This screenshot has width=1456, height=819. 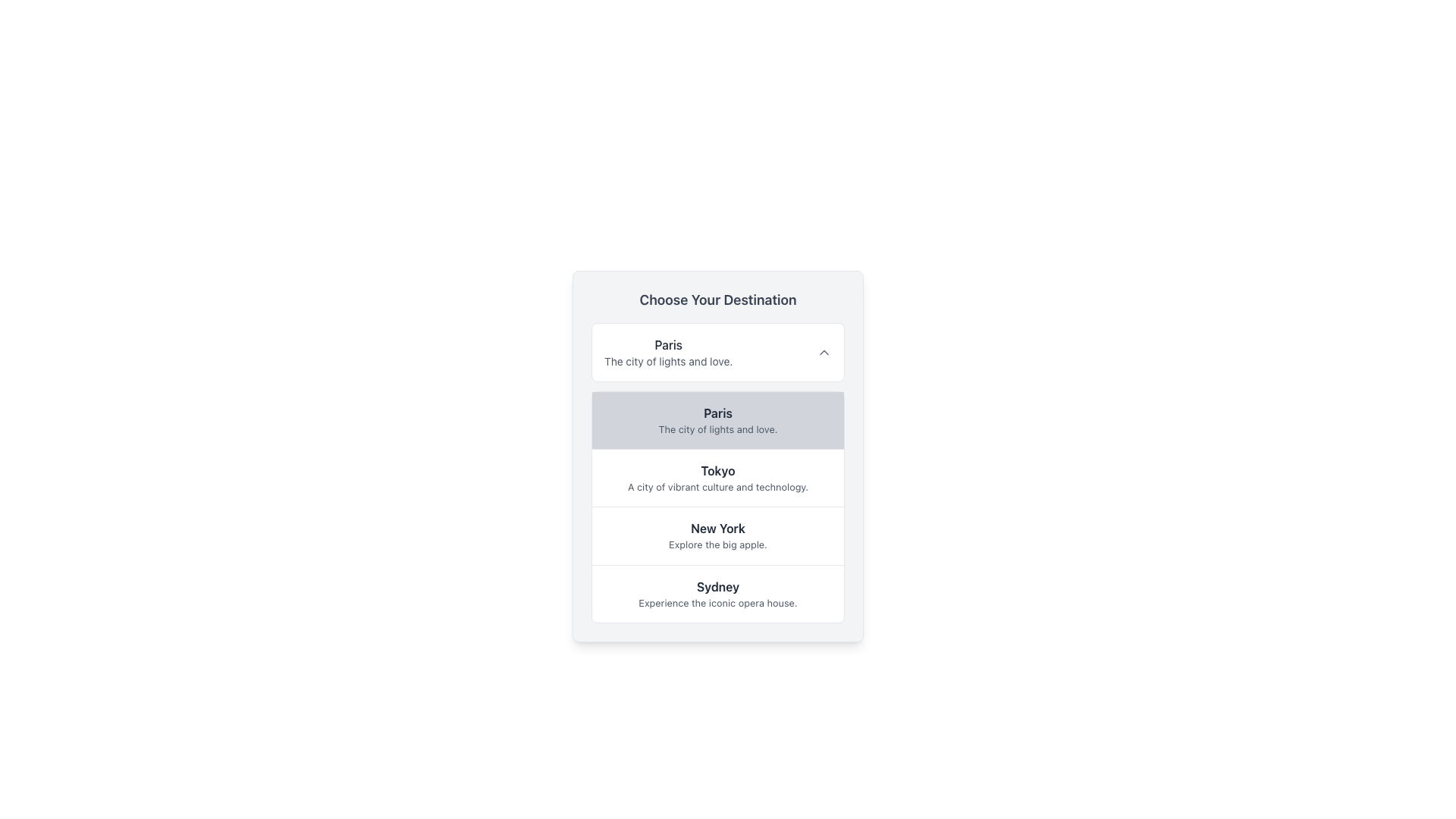 What do you see at coordinates (717, 470) in the screenshot?
I see `text label that describes a city, specifically the label positioned below the 'Paris' entry and above the 'New York' entry, containing the text 'A city of vibrant culture and technology.'` at bounding box center [717, 470].